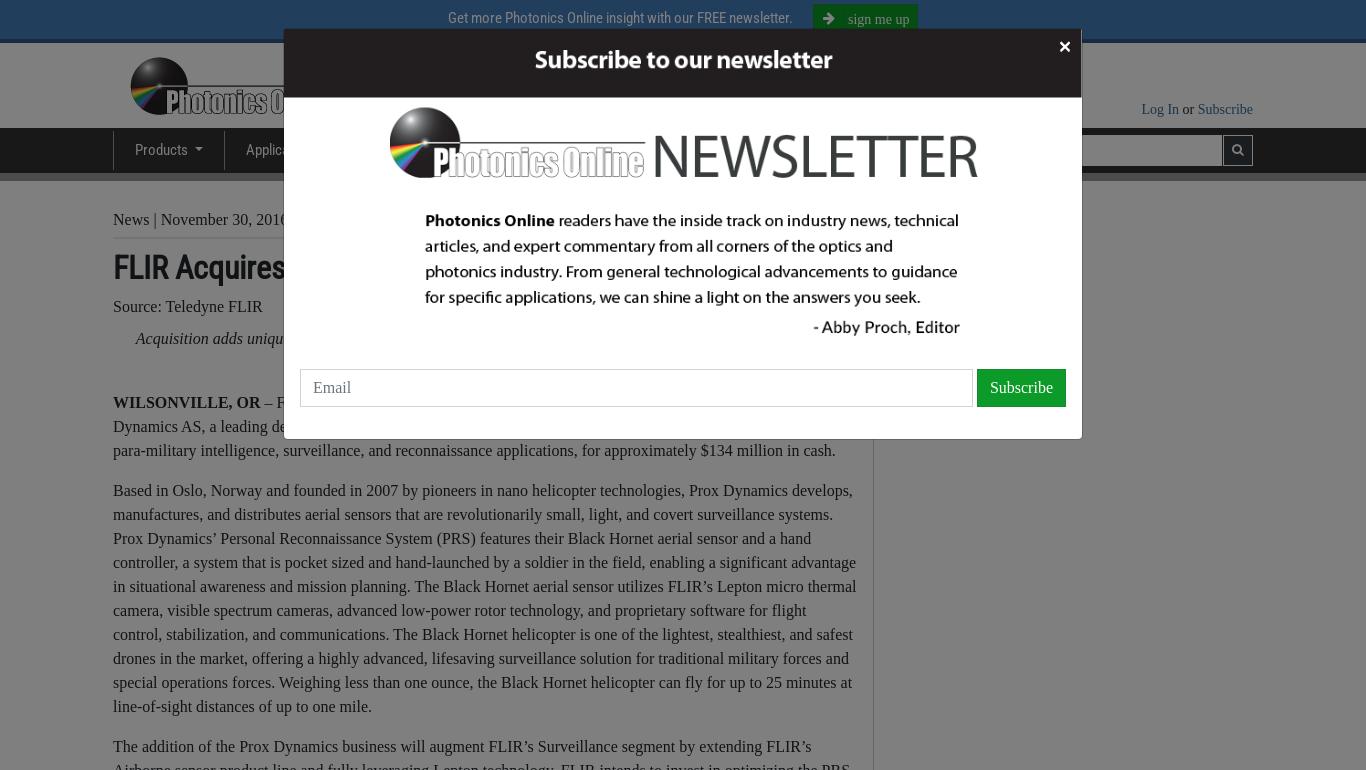  What do you see at coordinates (966, 218) in the screenshot?
I see `'Teledyne FLIR'` at bounding box center [966, 218].